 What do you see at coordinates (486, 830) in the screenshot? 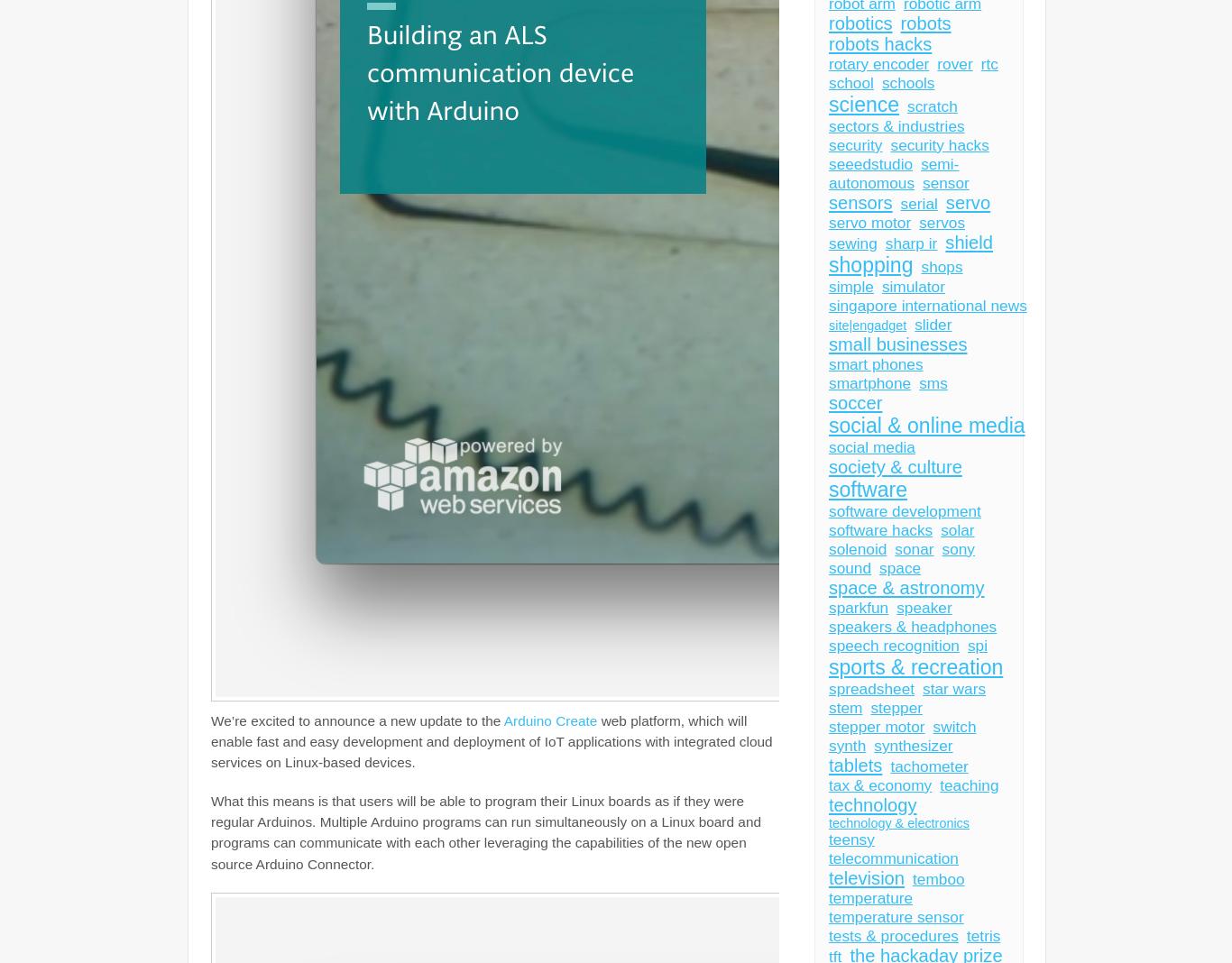
I see `'program their Linux boards as if they were regular Arduinos. Multiple Arduino programs can run simultaneously on a Linux board and programs can communicate with each other leveraging the capabilities of the new open source Arduino Connector.'` at bounding box center [486, 830].